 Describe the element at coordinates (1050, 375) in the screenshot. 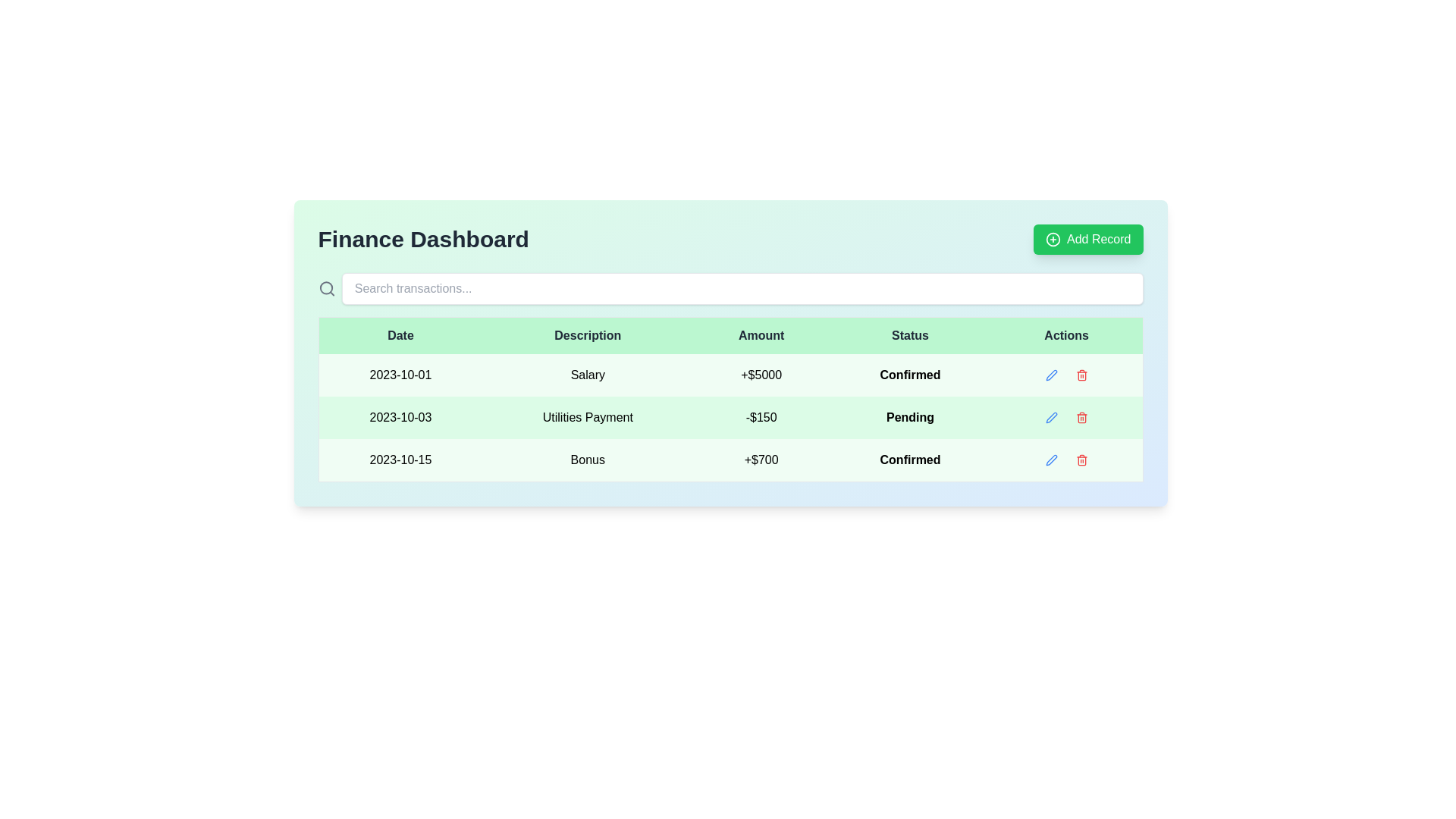

I see `the edit icon located in the 'Actions' column of the third row of the table to initiate editing the row content` at that location.